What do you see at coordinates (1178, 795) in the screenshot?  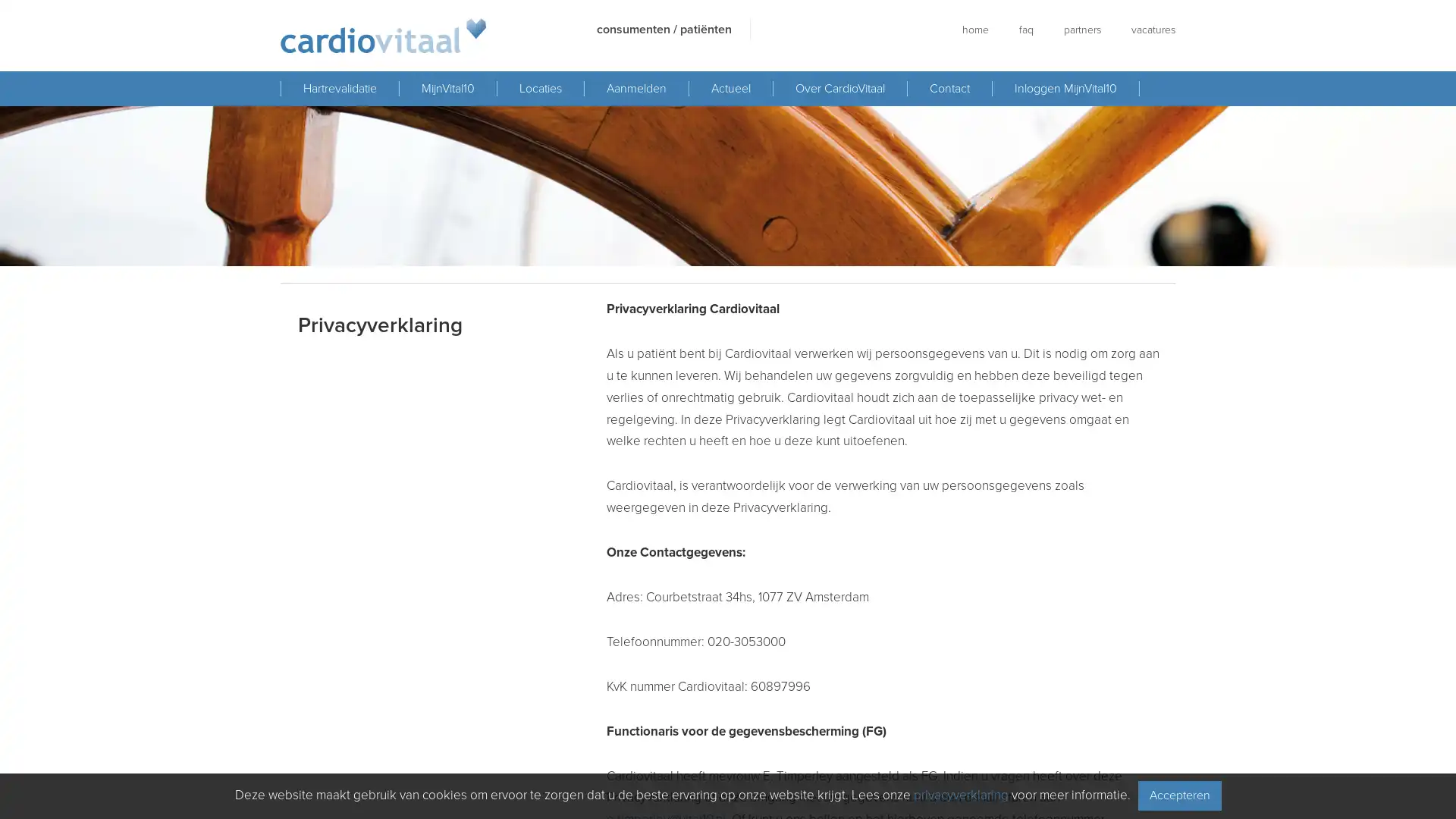 I see `Accepteren` at bounding box center [1178, 795].